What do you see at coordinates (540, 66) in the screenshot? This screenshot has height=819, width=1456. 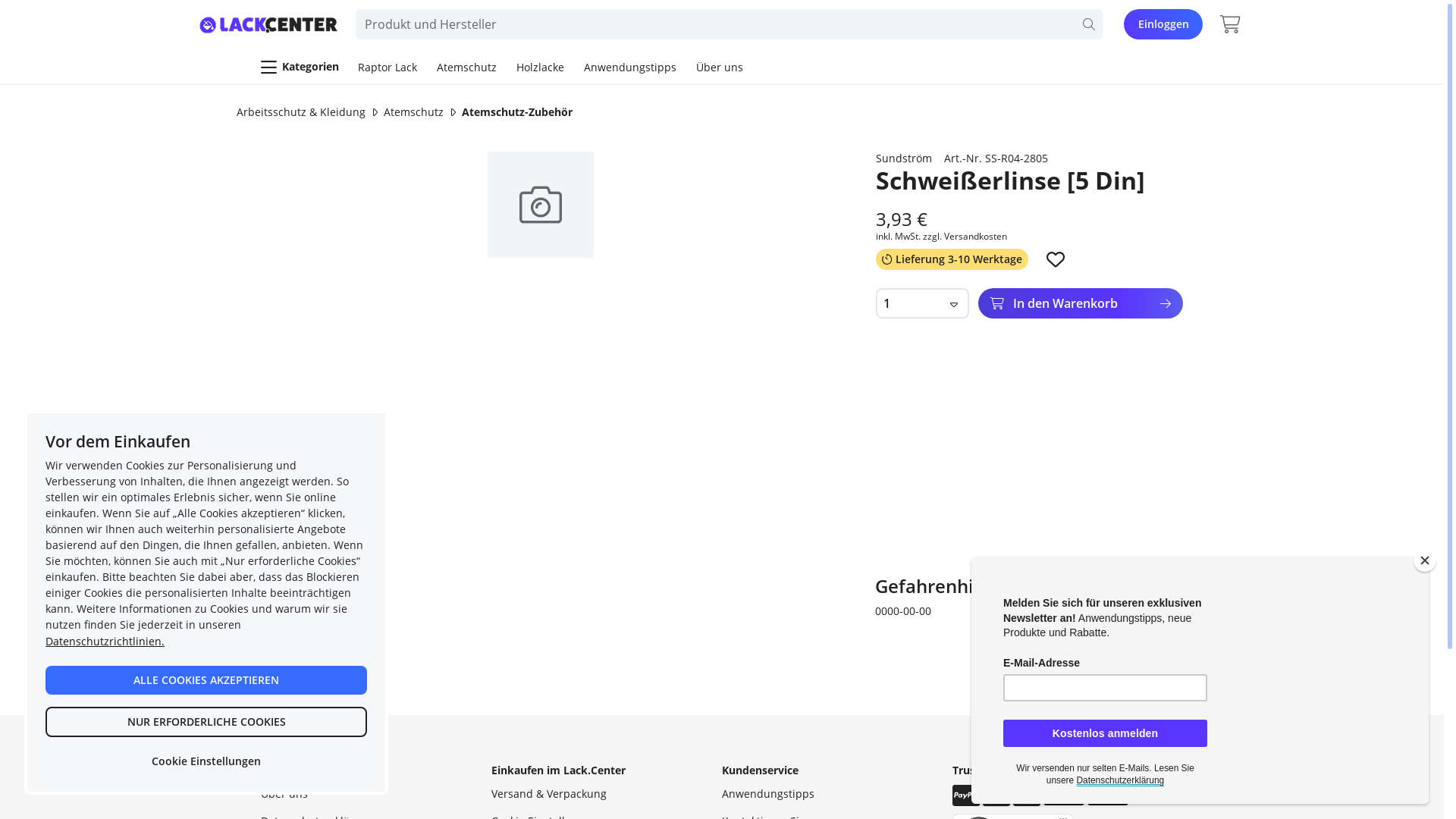 I see `'Holzlacke'` at bounding box center [540, 66].